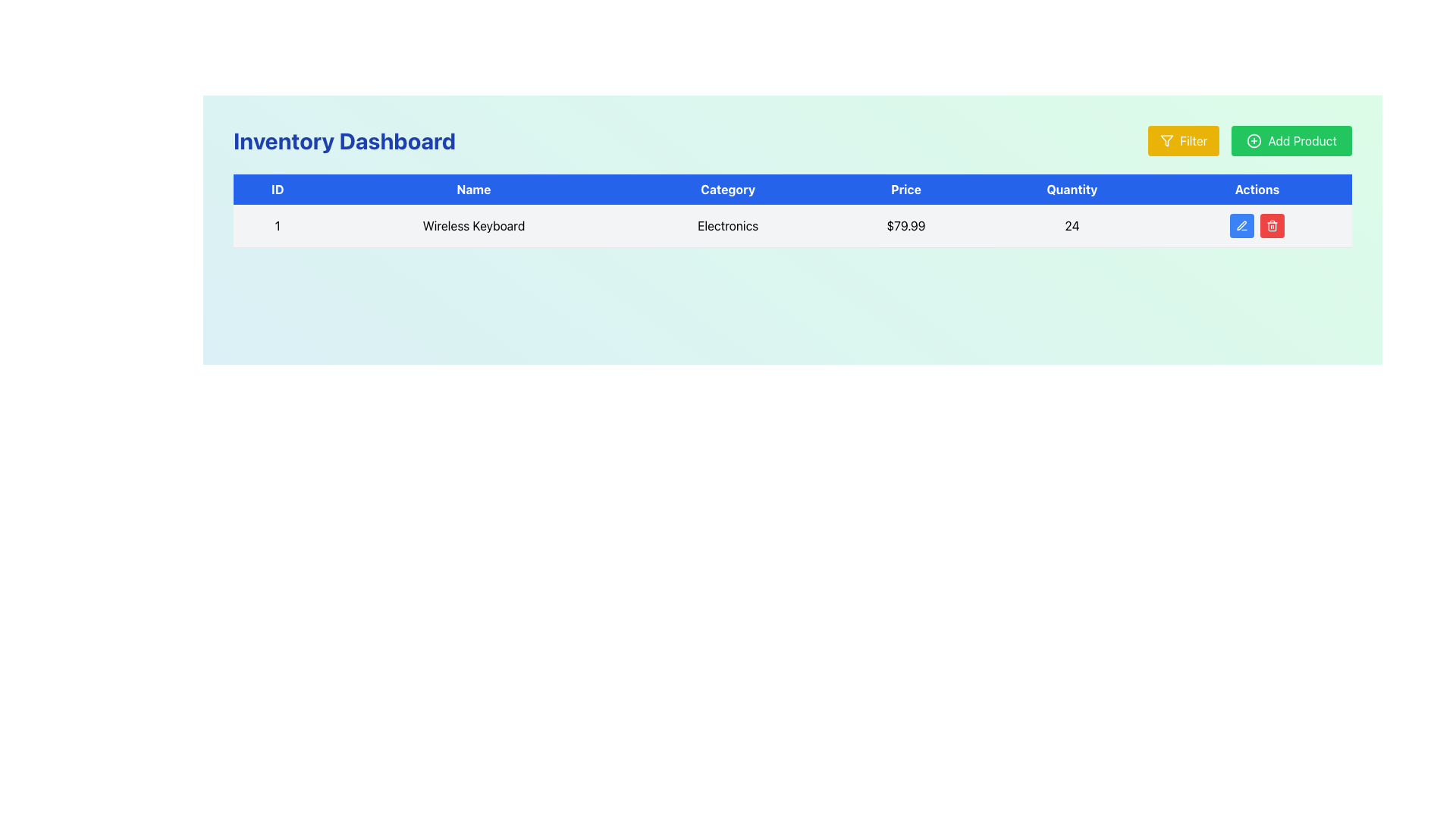  What do you see at coordinates (278, 226) in the screenshot?
I see `the static text label displaying the number '1' in the ID column of the table, located in the first cell below the header row labeled 'ID'` at bounding box center [278, 226].